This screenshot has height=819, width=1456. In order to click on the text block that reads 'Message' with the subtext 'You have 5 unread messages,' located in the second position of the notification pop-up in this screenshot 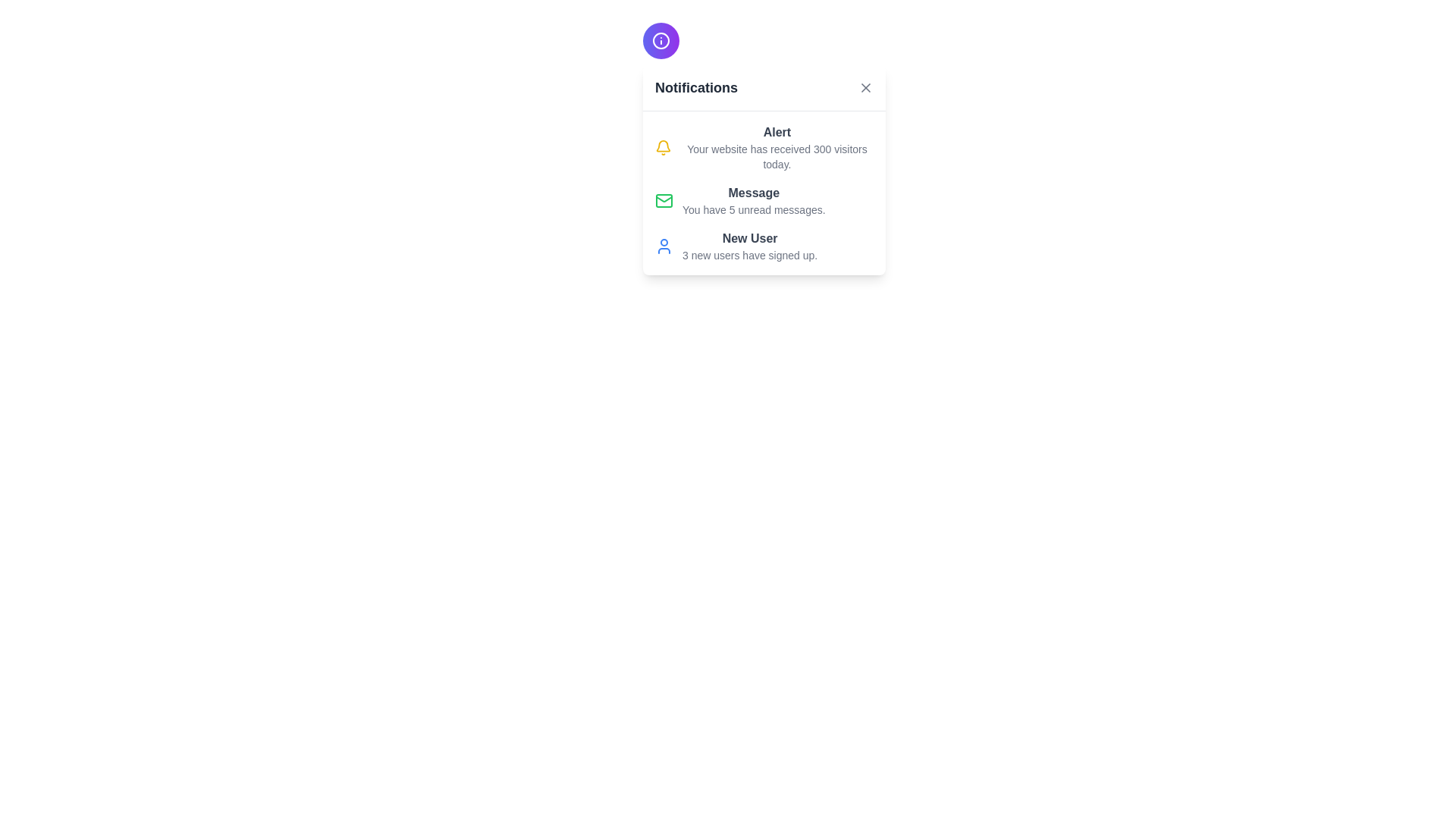, I will do `click(754, 200)`.